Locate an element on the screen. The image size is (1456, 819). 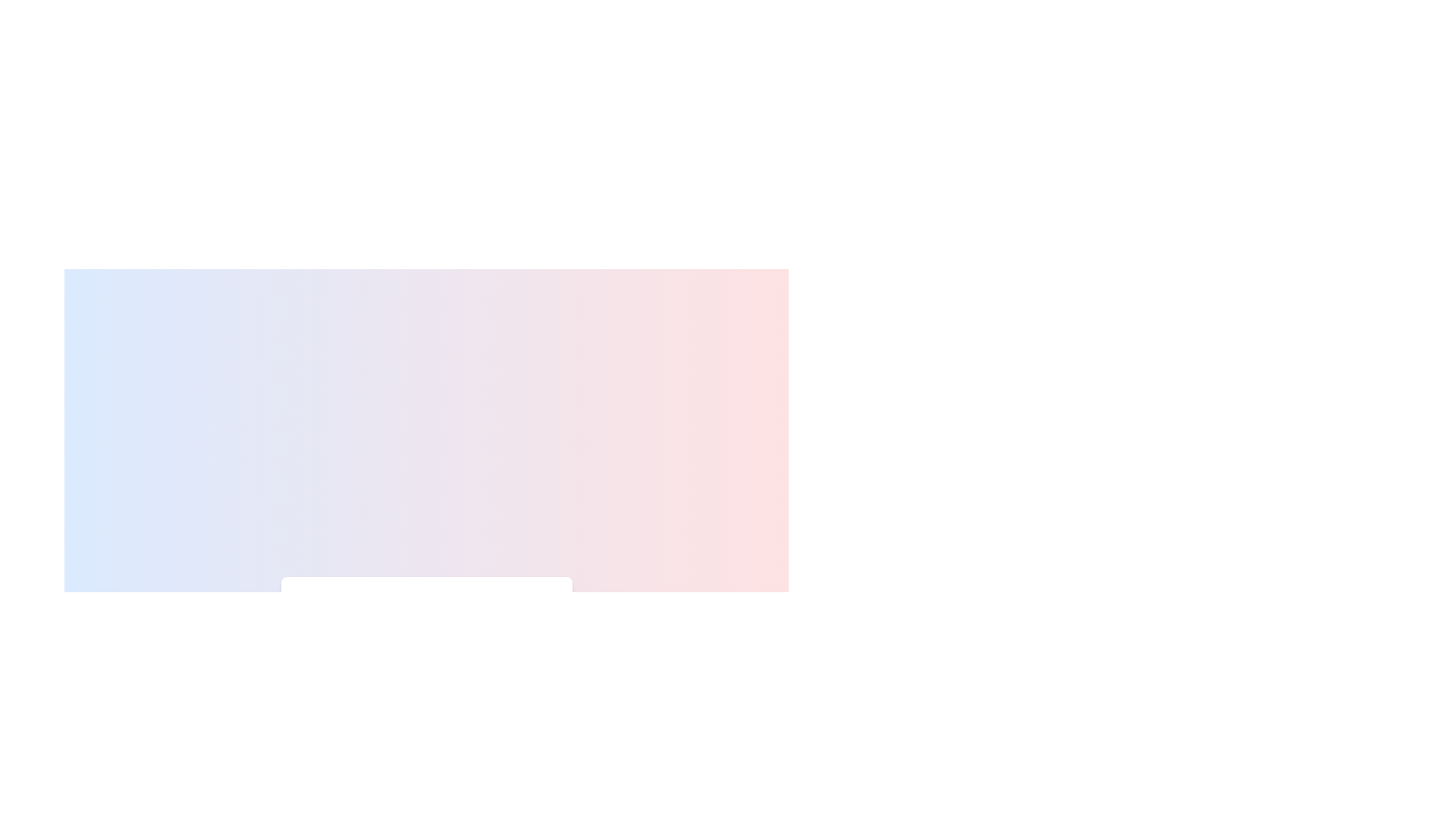
the temperature to 5°C using the slider is located at coordinates (311, 652).